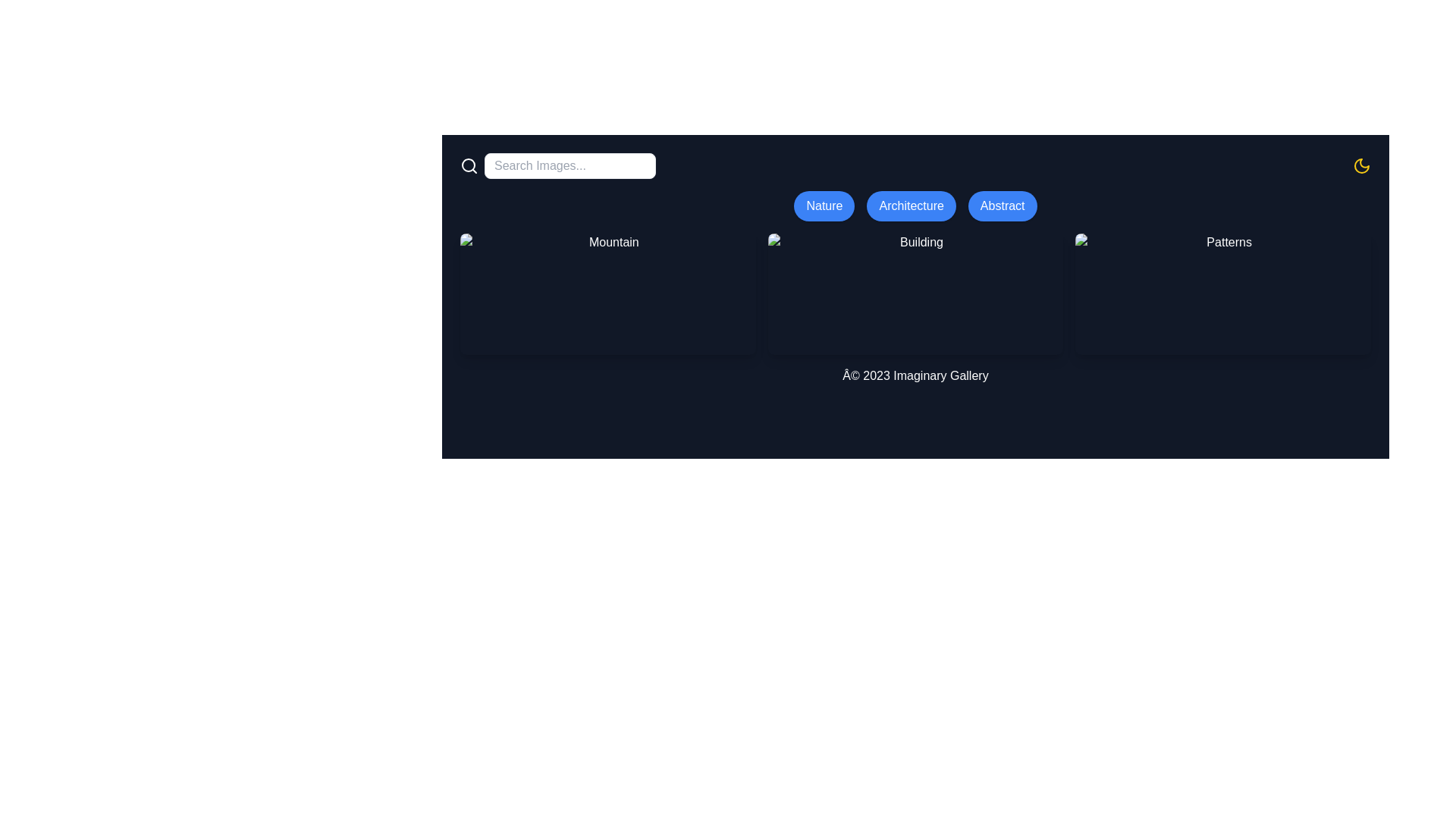 The height and width of the screenshot is (819, 1456). I want to click on the horizontally elongated text input field with a gray placeholder text 'Search Images...' to focus, so click(570, 166).